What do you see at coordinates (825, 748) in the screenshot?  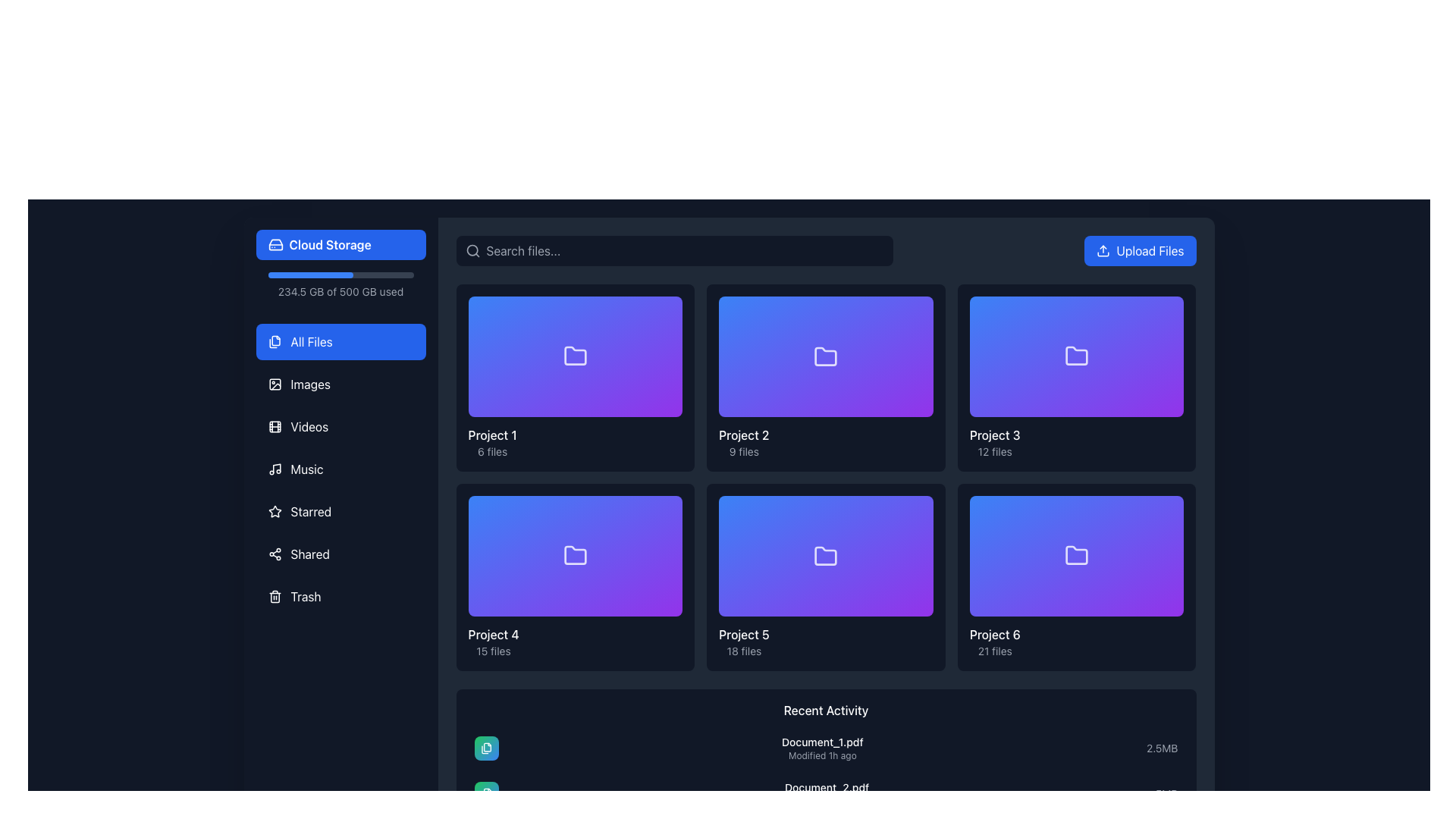 I see `the filename 'Document_1.pdf' in the first list item of the file activity log` at bounding box center [825, 748].